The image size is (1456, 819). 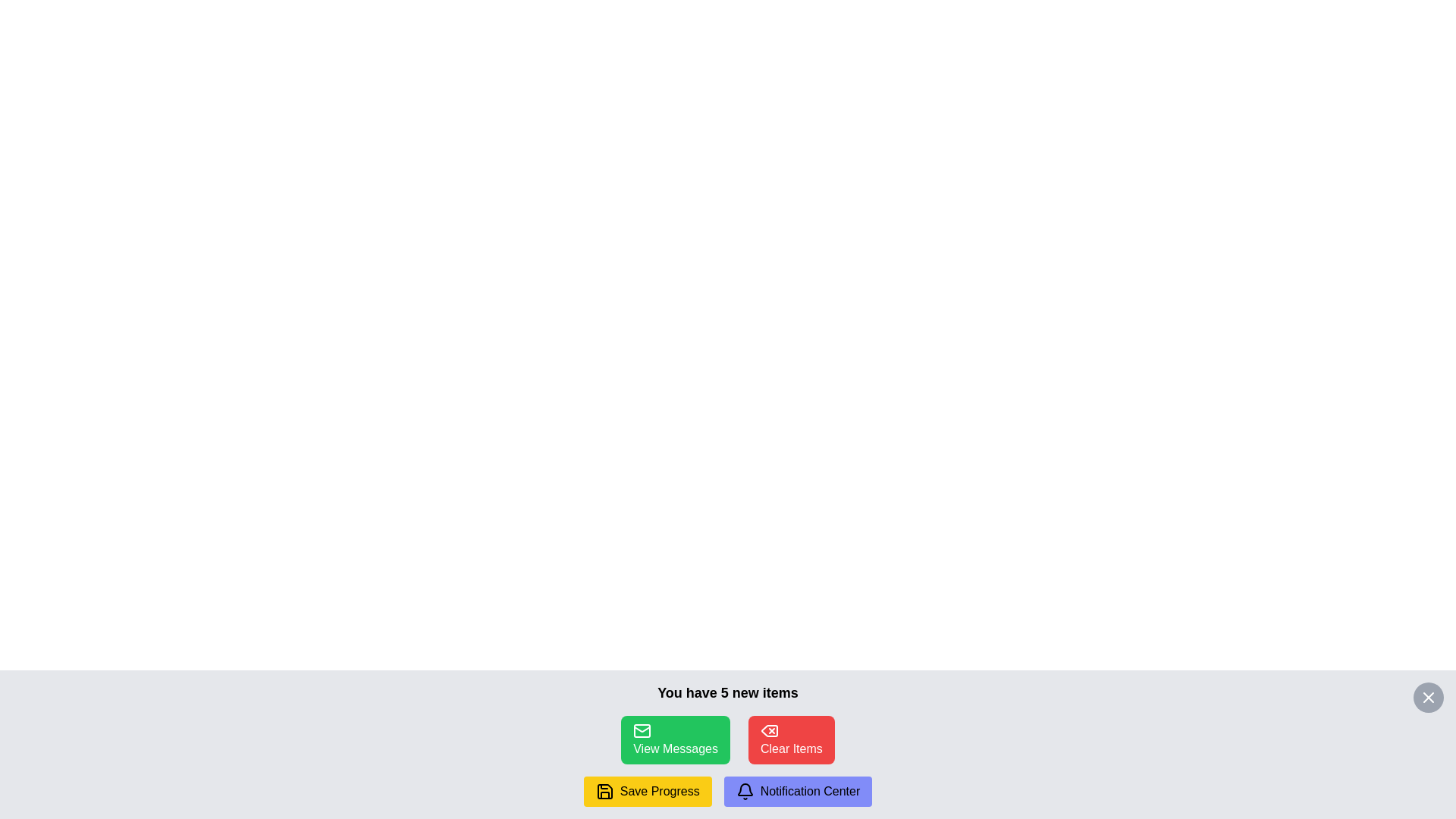 What do you see at coordinates (790, 739) in the screenshot?
I see `the clear button located to the immediate right of the green 'View Messages' button` at bounding box center [790, 739].